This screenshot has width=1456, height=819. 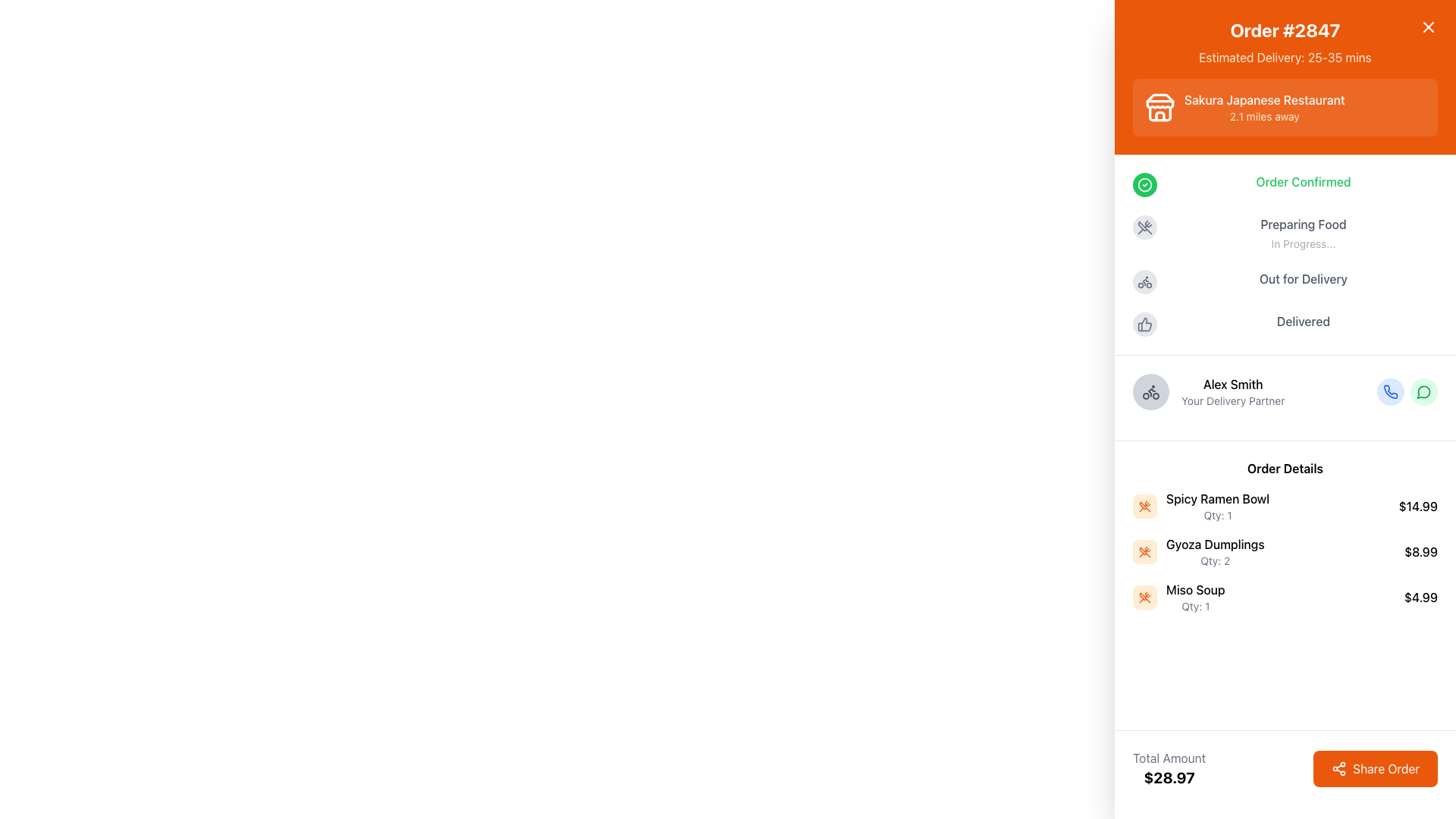 What do you see at coordinates (1302, 278) in the screenshot?
I see `the text label that indicates the current status of an order as 'Out for Delivery', which is positioned below 'Preparing Food' and above 'Delivered', identified with an adjacent bicycle icon` at bounding box center [1302, 278].